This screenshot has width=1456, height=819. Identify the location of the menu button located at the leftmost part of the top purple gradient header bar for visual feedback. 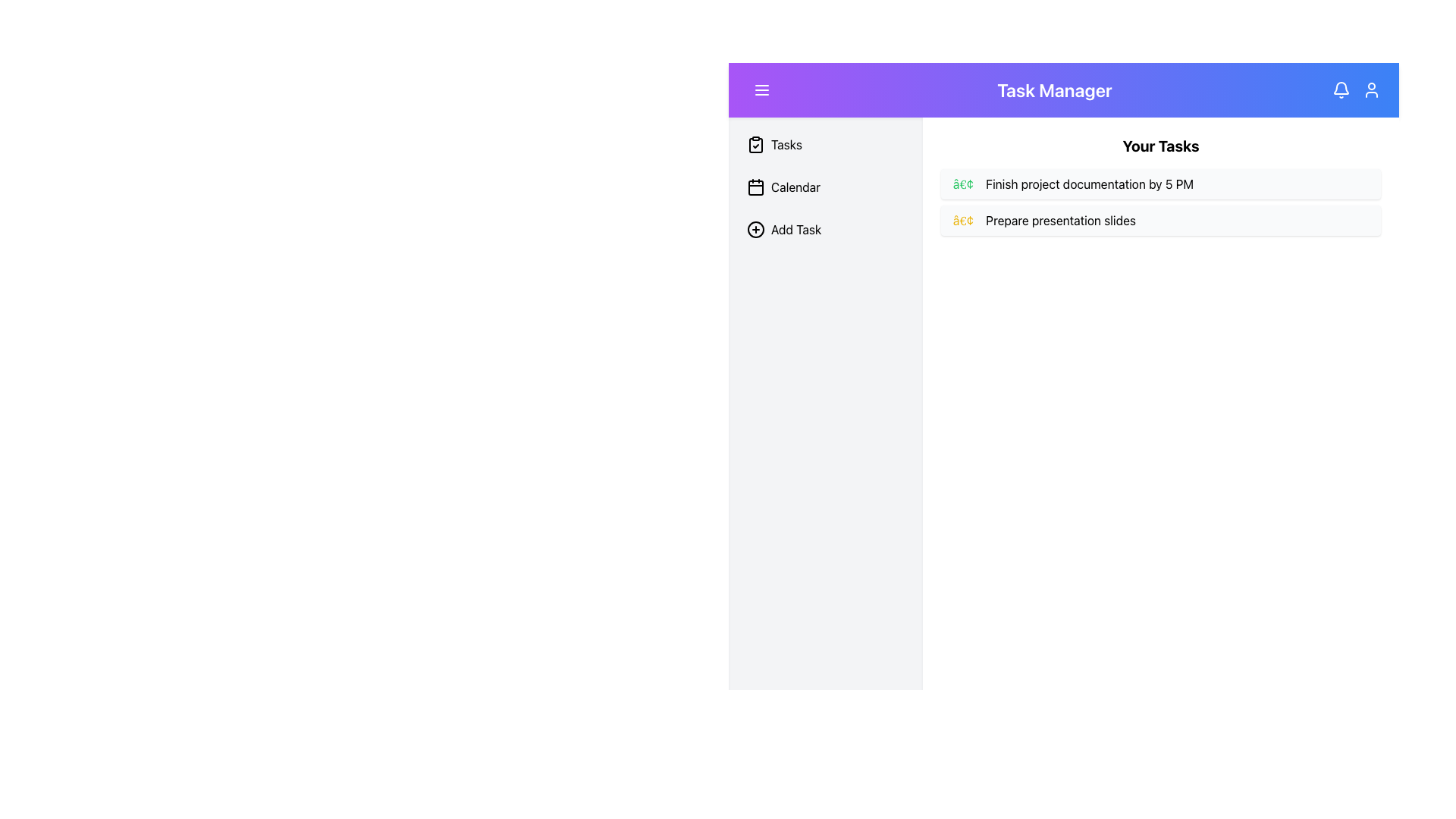
(761, 90).